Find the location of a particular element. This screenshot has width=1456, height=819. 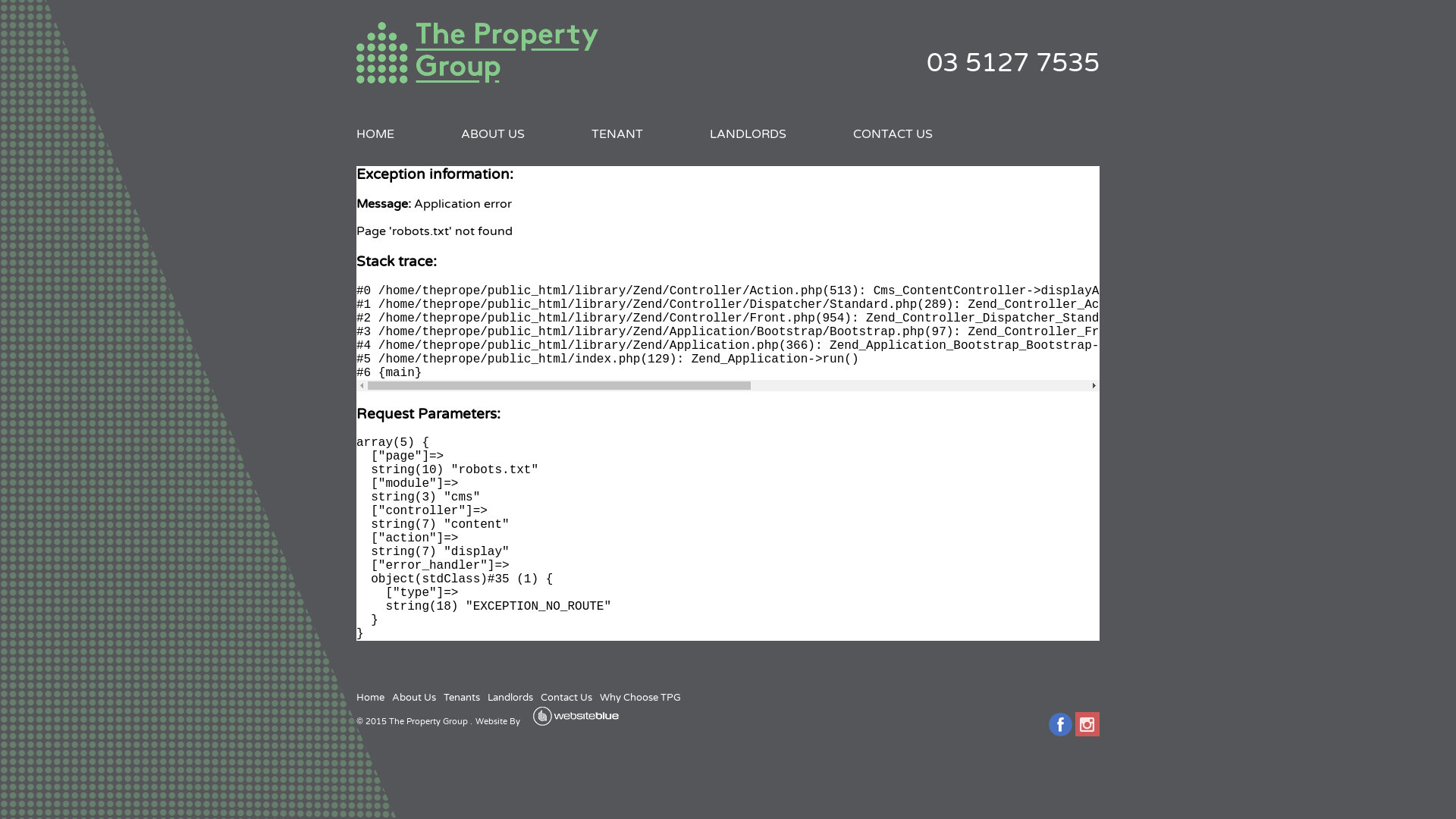

'Home' is located at coordinates (370, 698).